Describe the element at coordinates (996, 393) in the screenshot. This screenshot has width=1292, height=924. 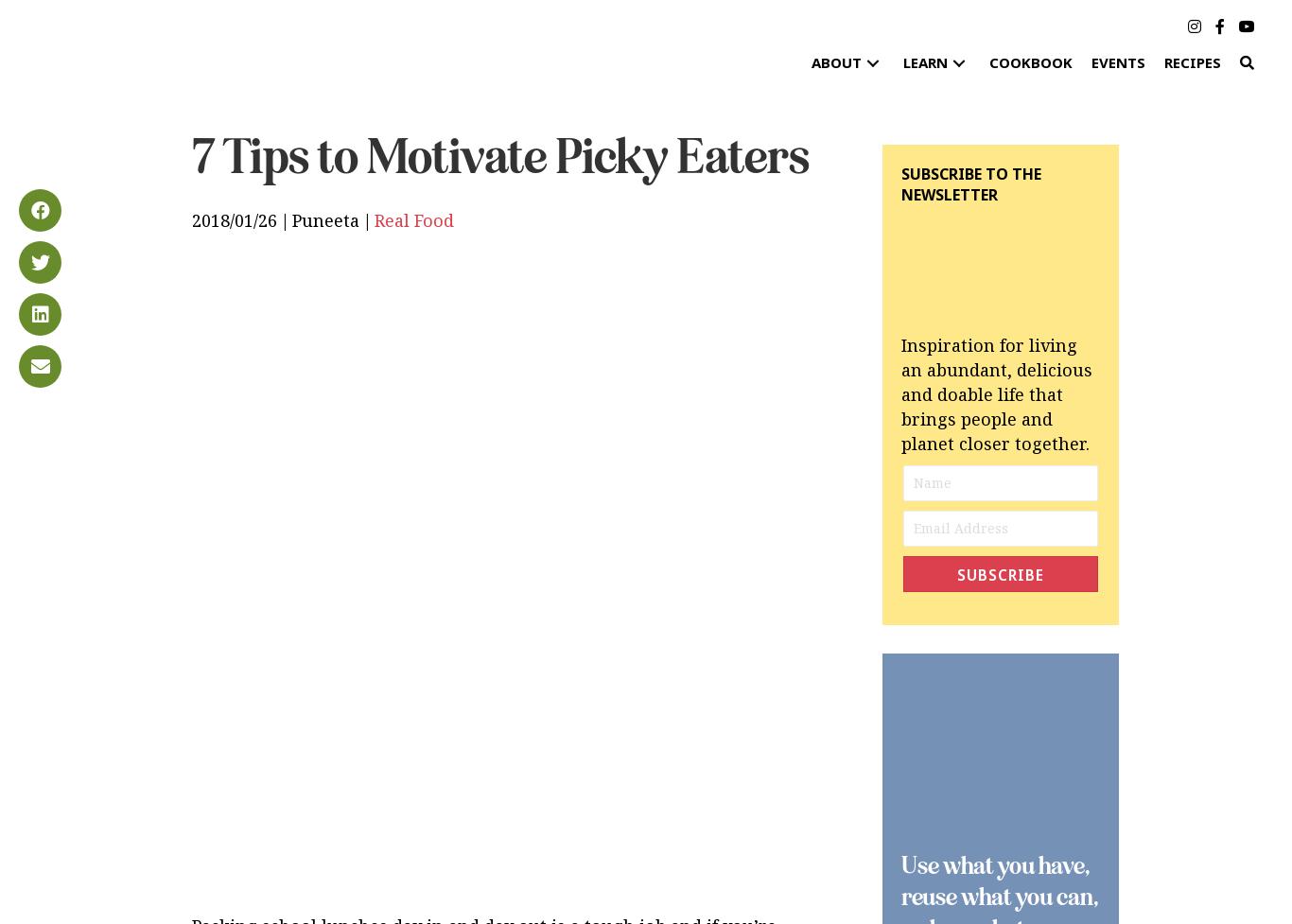
I see `'Inspiration for living an abundant, delicious and doable life that brings people and planet closer together.'` at that location.